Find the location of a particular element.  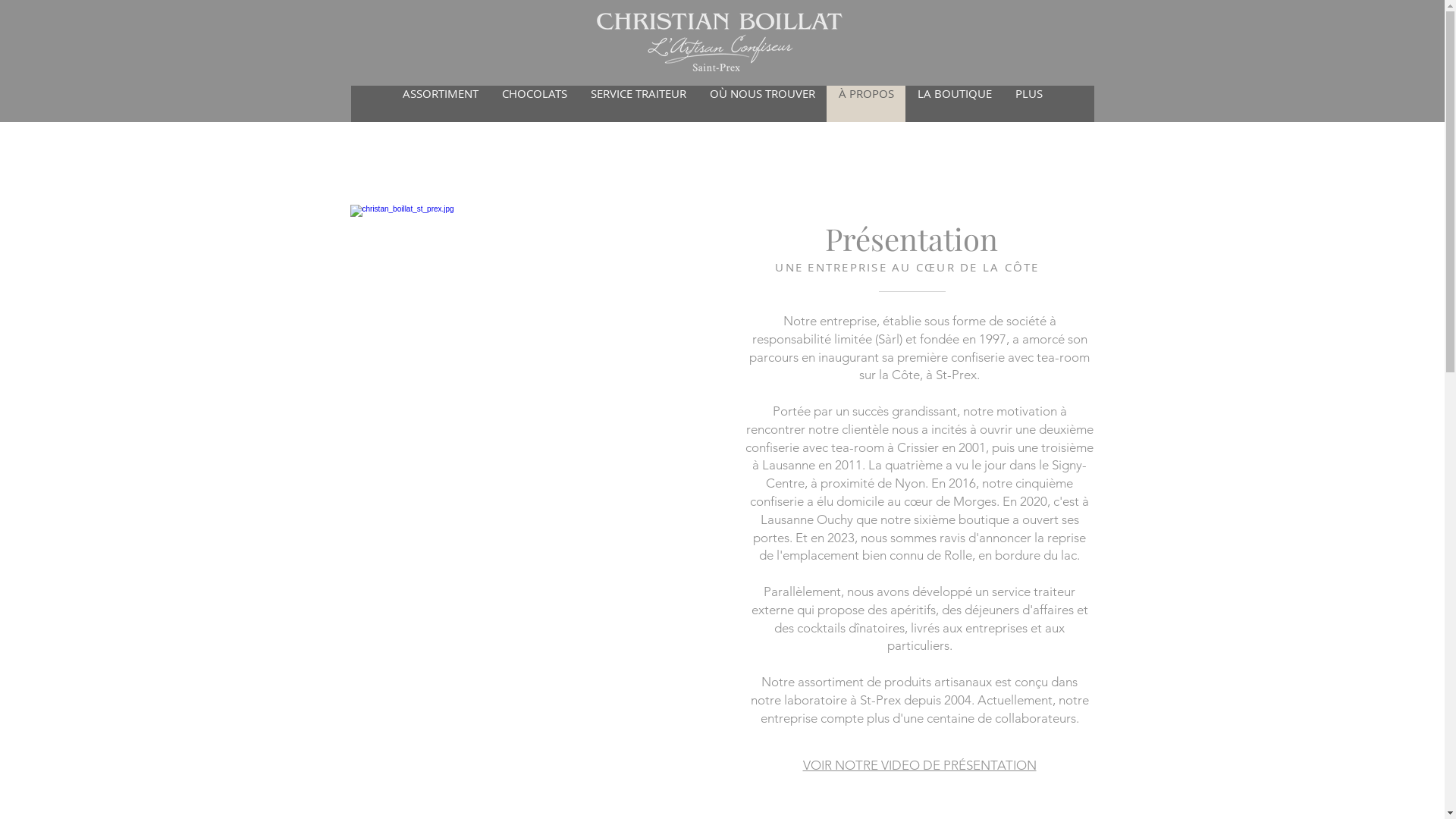

'CHOCOLATS' is located at coordinates (490, 103).